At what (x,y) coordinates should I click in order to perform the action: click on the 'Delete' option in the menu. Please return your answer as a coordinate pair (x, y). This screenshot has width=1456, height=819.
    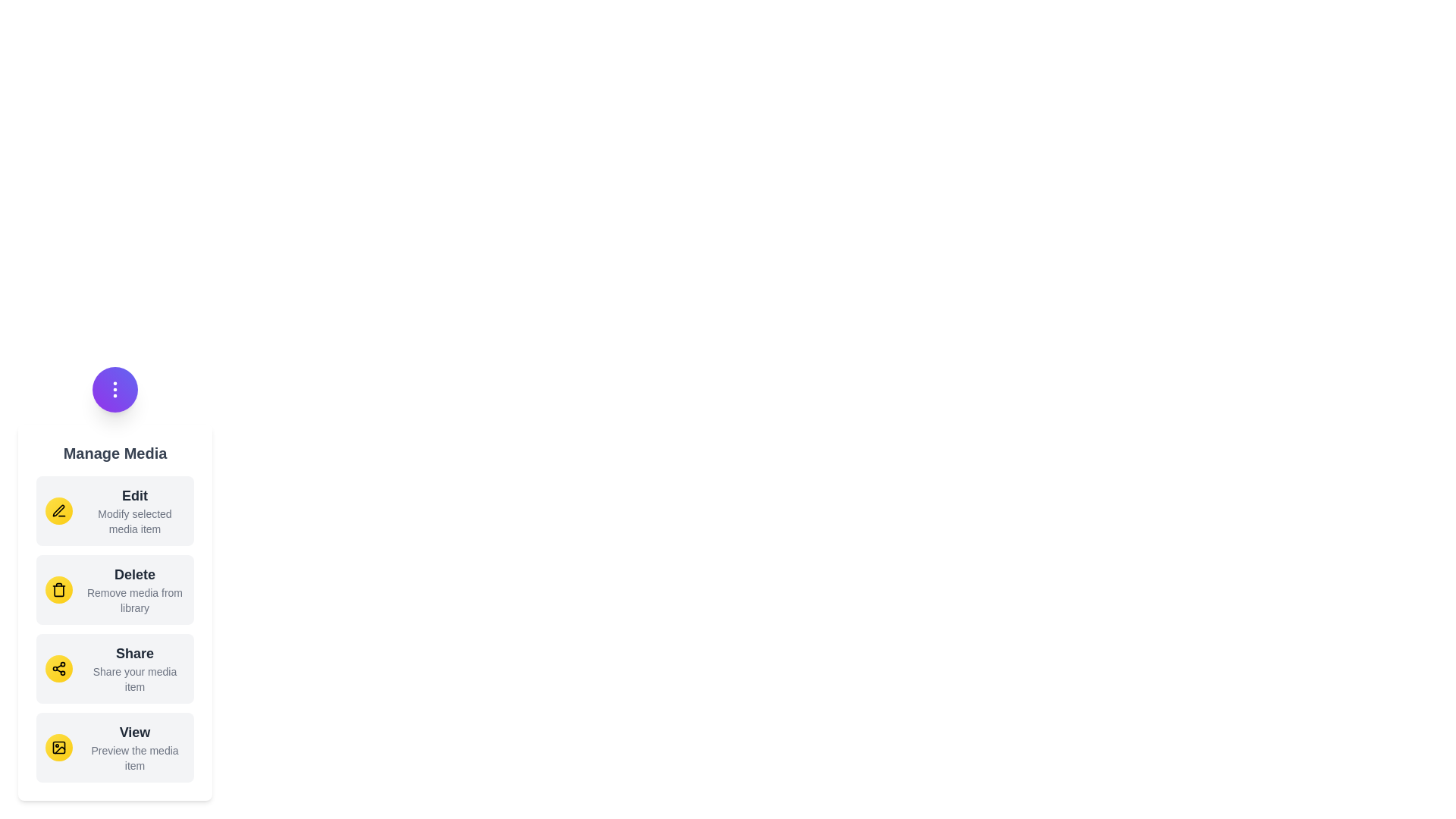
    Looking at the image, I should click on (115, 589).